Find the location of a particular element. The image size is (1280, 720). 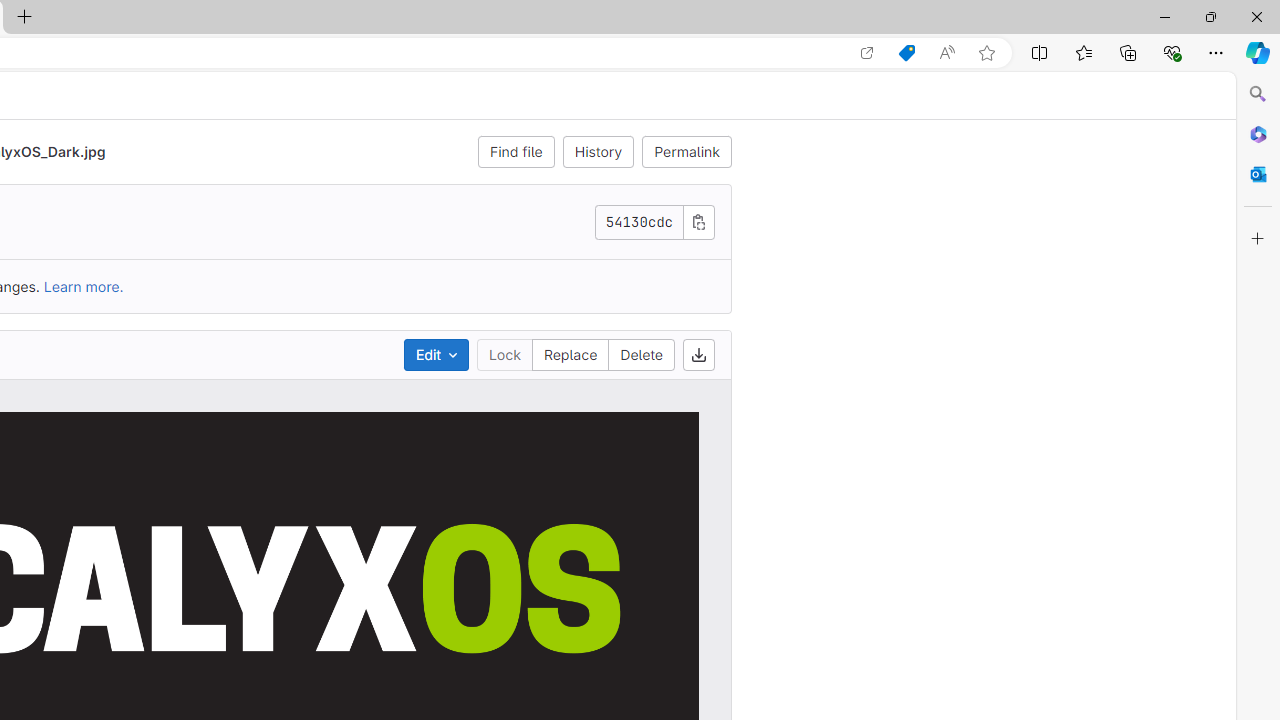

'Edit' is located at coordinates (434, 353).